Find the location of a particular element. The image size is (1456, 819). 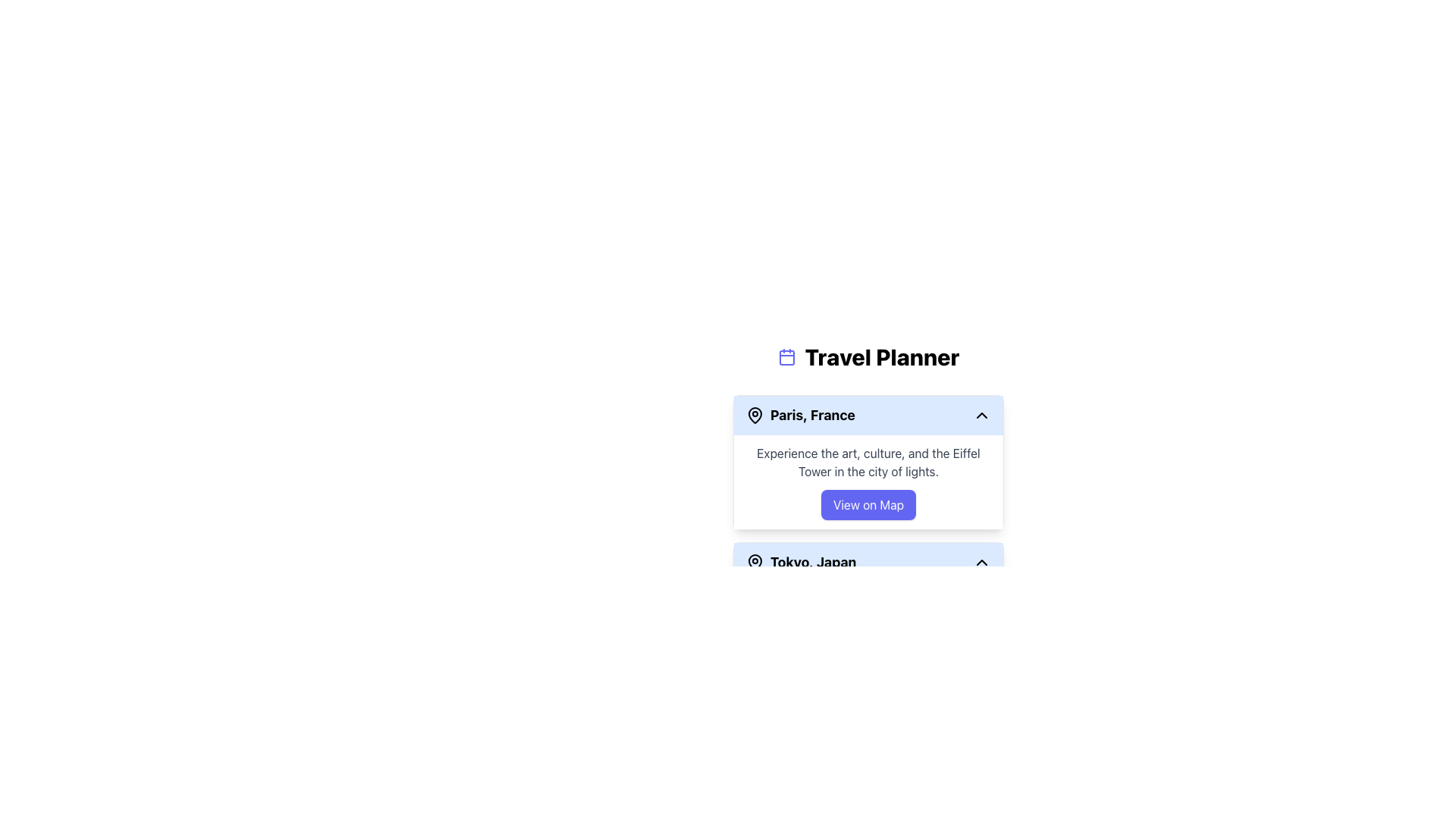

the geographic location icon that is positioned to the left of the text 'Paris, France' is located at coordinates (755, 415).